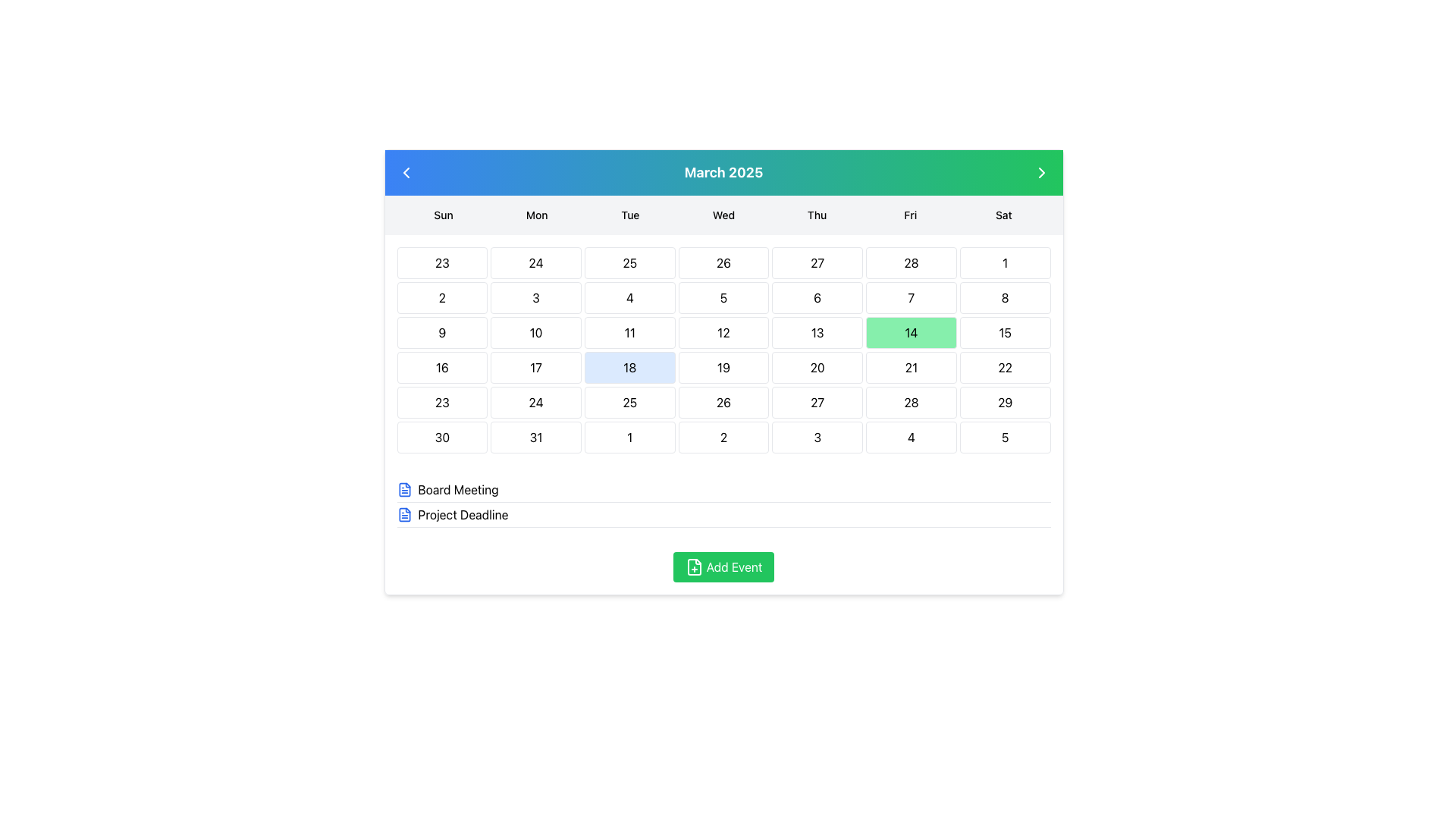 The image size is (1456, 819). What do you see at coordinates (910, 332) in the screenshot?
I see `across the Date Cell representing the 14th day of the month` at bounding box center [910, 332].